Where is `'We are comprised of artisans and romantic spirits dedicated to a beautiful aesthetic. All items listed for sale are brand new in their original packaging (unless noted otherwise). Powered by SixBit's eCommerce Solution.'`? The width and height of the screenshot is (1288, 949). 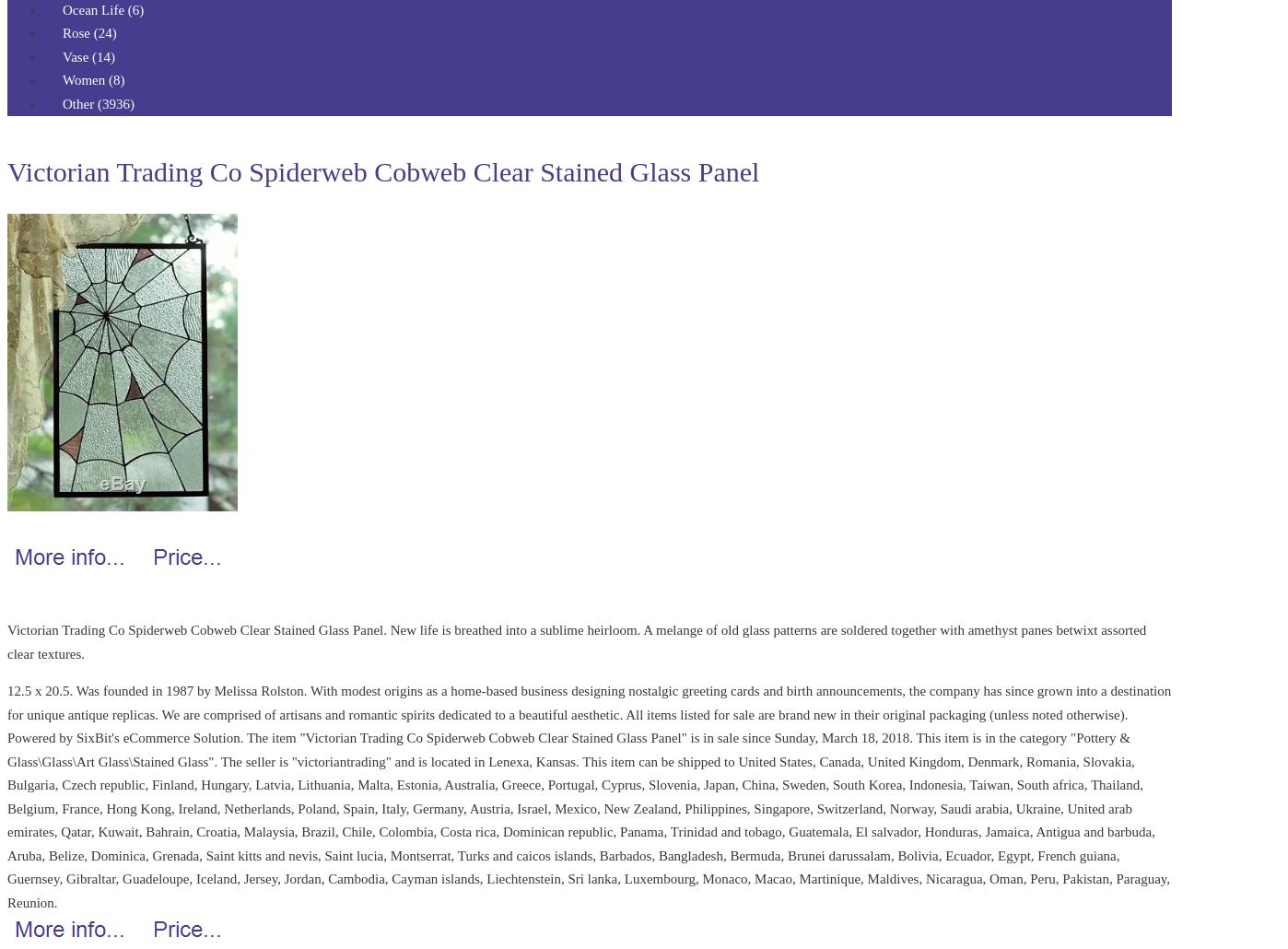 'We are comprised of artisans and romantic spirits dedicated to a beautiful aesthetic. All items listed for sale are brand new in their original packaging (unless noted otherwise). Powered by SixBit's eCommerce Solution.' is located at coordinates (6, 724).